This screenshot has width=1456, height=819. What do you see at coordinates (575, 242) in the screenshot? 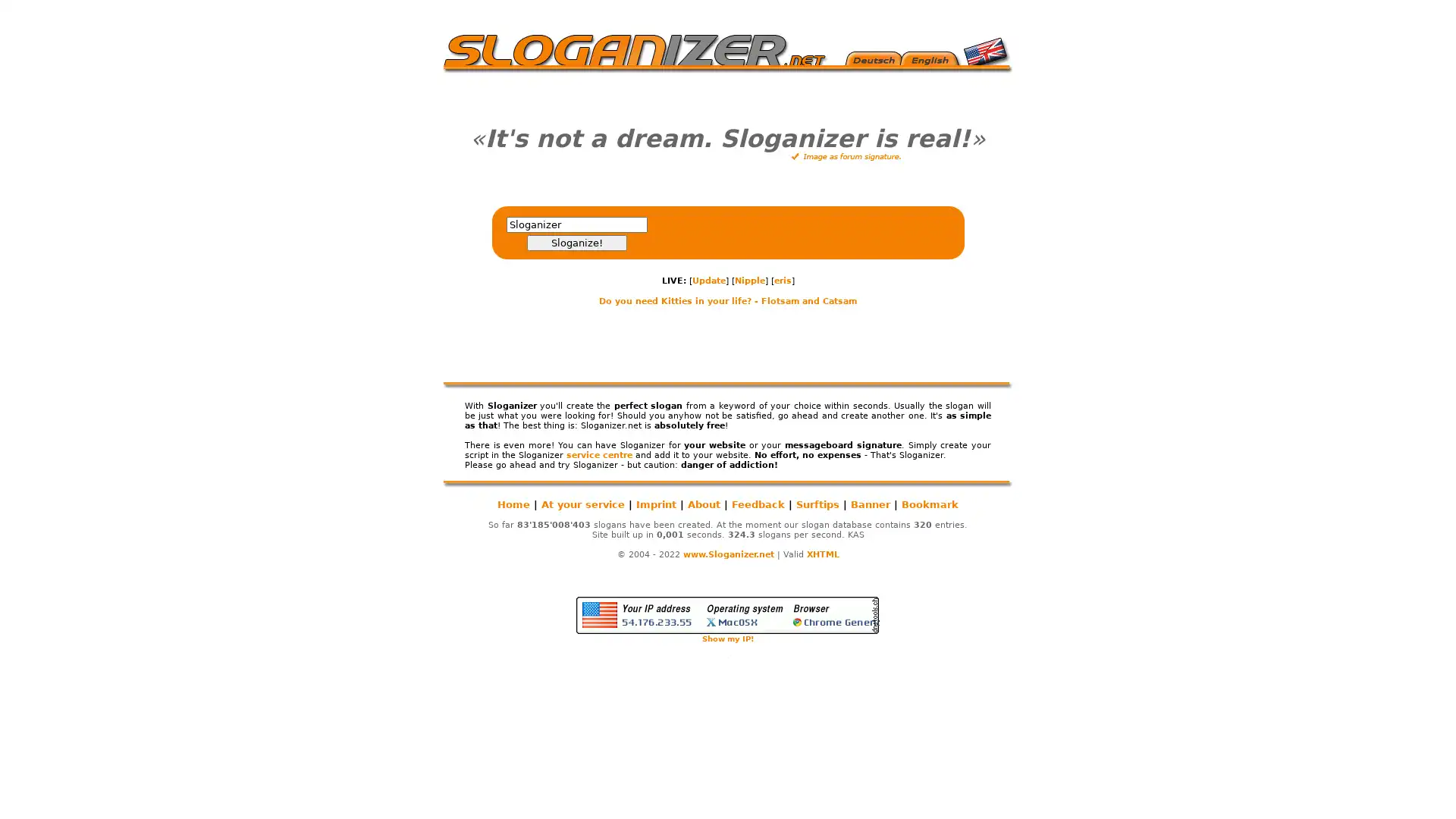
I see `Sloganize!` at bounding box center [575, 242].